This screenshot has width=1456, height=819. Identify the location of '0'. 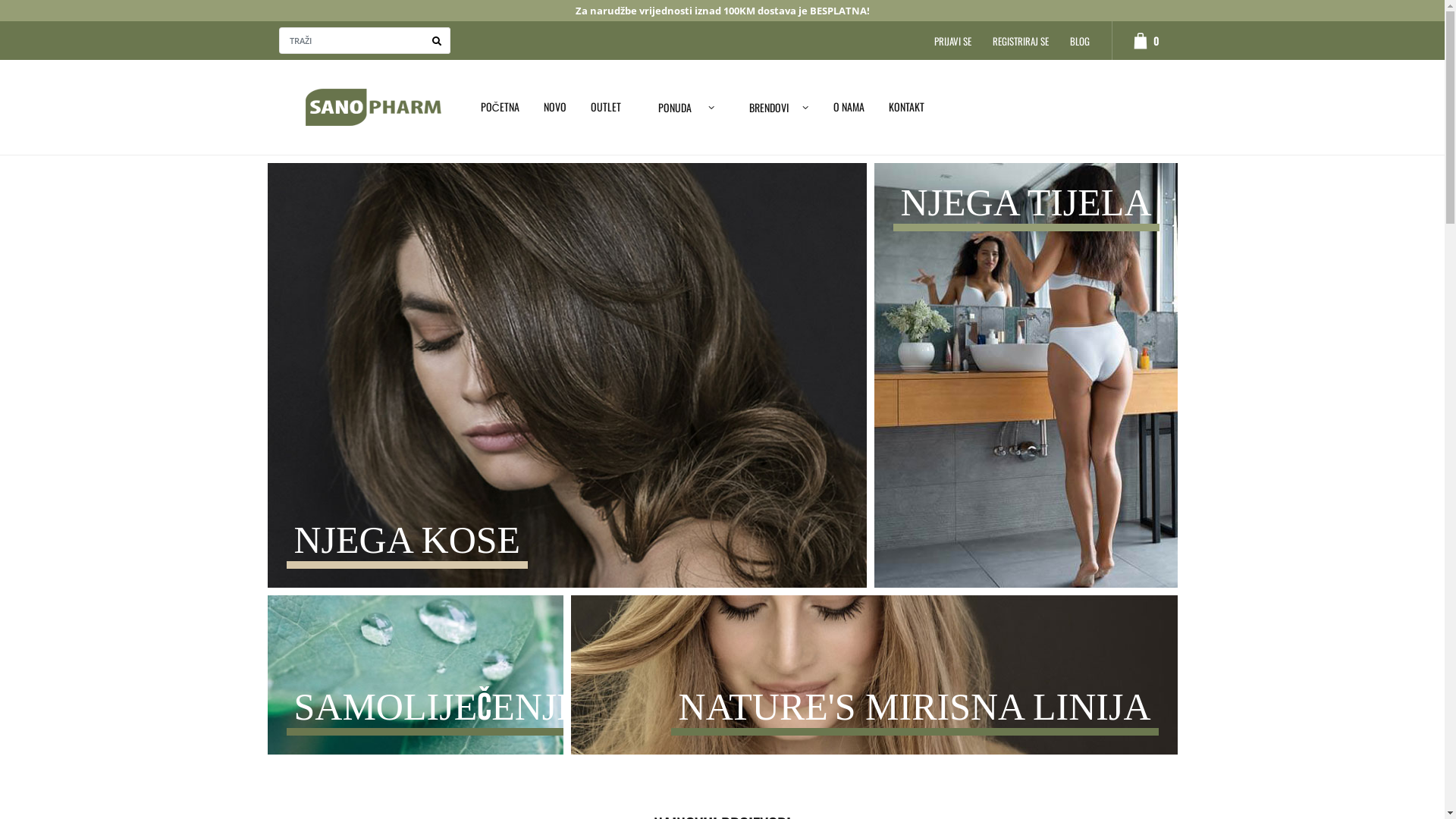
(1111, 39).